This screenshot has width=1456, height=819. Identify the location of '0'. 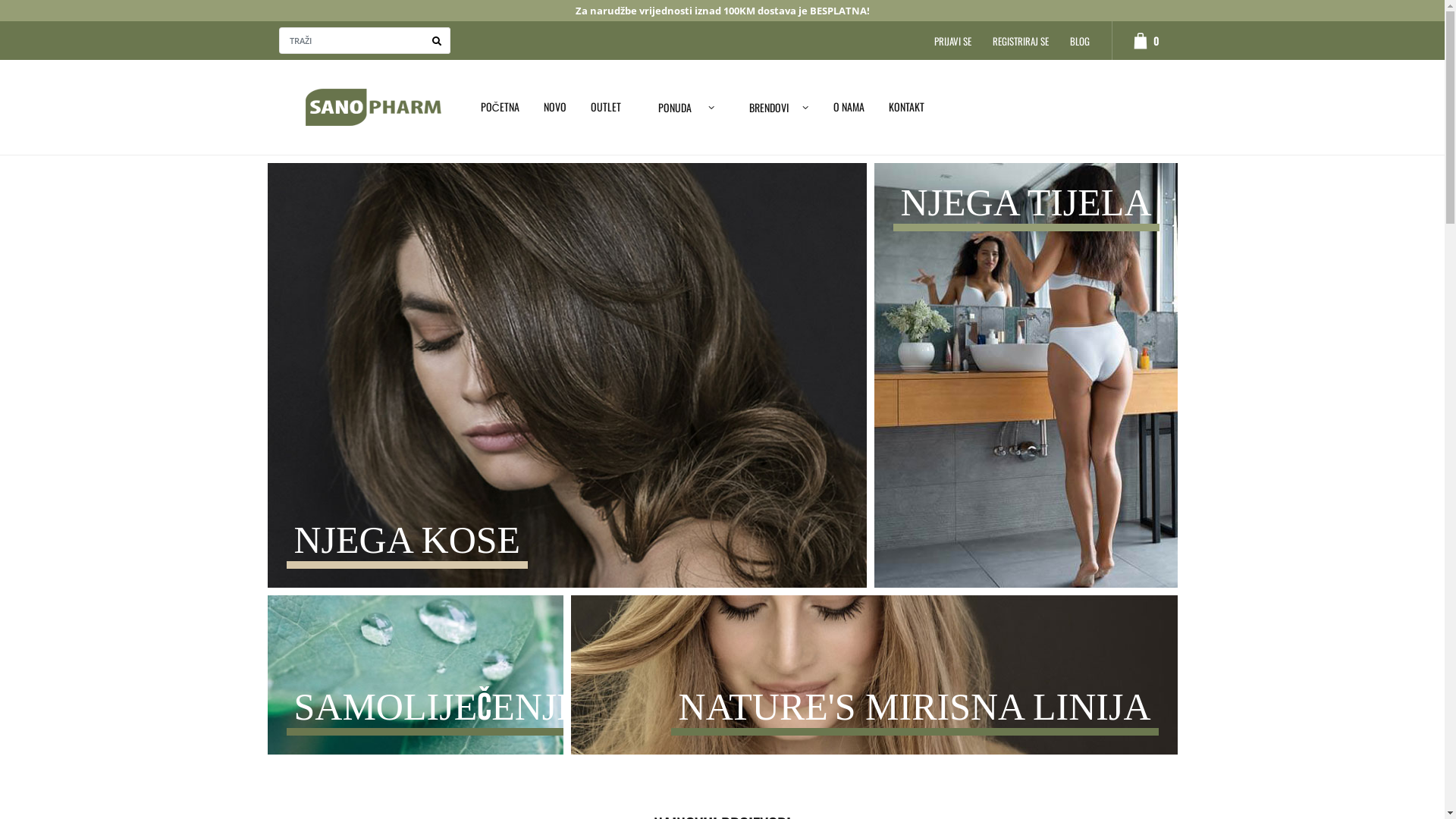
(1111, 39).